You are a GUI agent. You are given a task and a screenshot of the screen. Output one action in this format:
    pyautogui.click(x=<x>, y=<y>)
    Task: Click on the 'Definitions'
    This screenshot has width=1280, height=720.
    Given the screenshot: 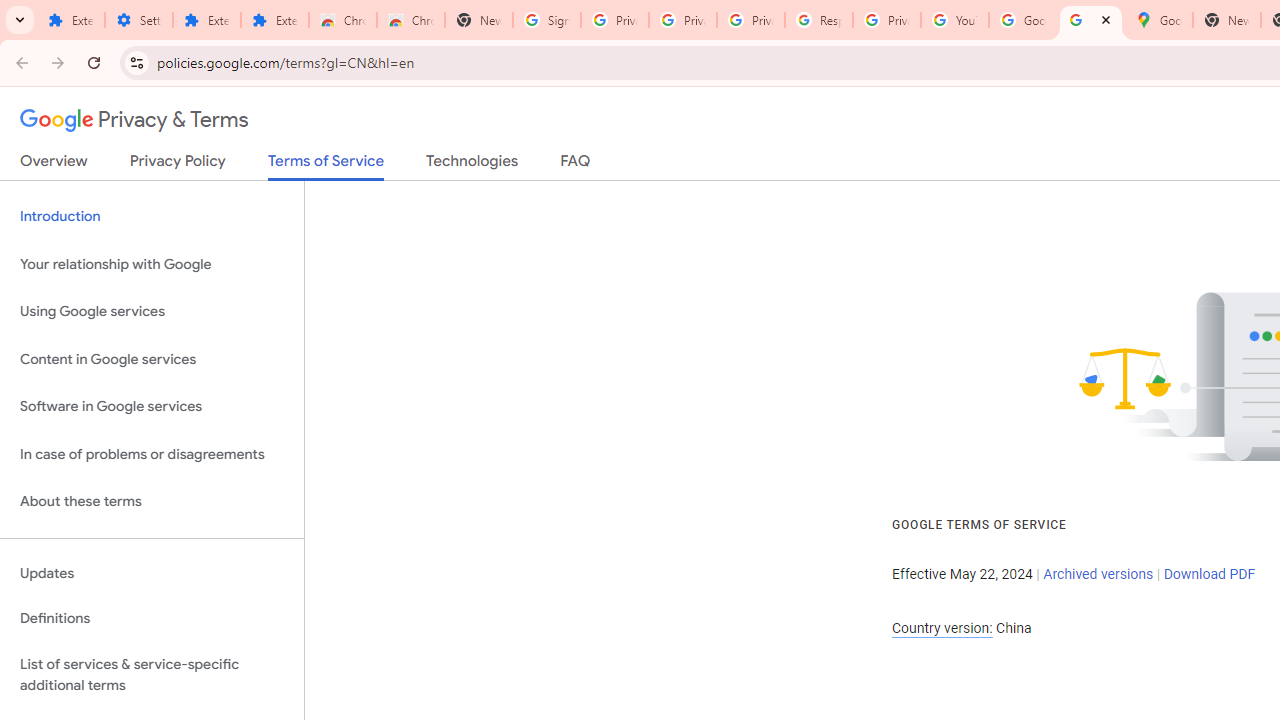 What is the action you would take?
    pyautogui.click(x=151, y=618)
    